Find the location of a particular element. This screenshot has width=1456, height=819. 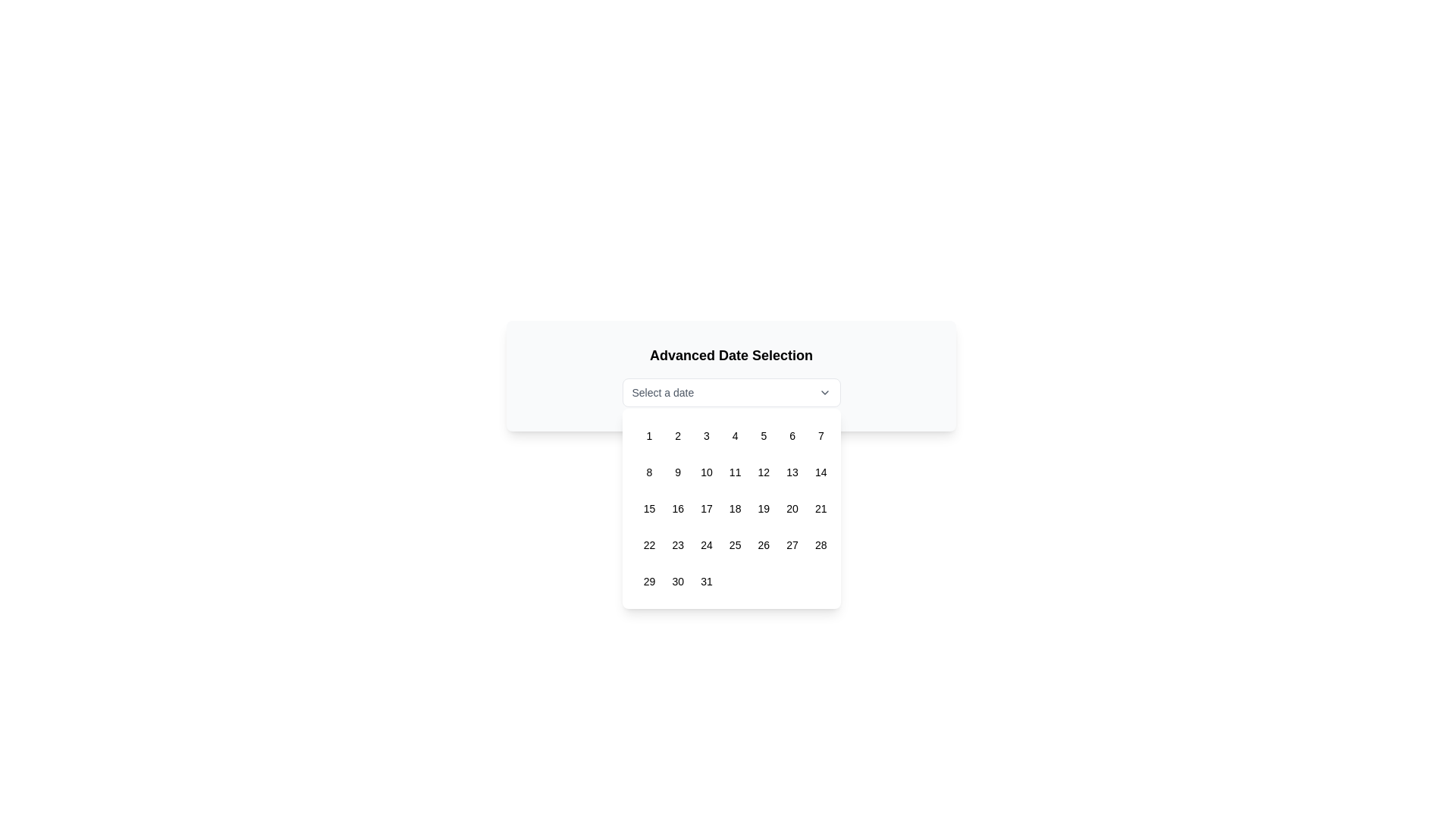

the button labeled '20' located in the third row and sixth column of a 7x5 grid layout is located at coordinates (792, 509).